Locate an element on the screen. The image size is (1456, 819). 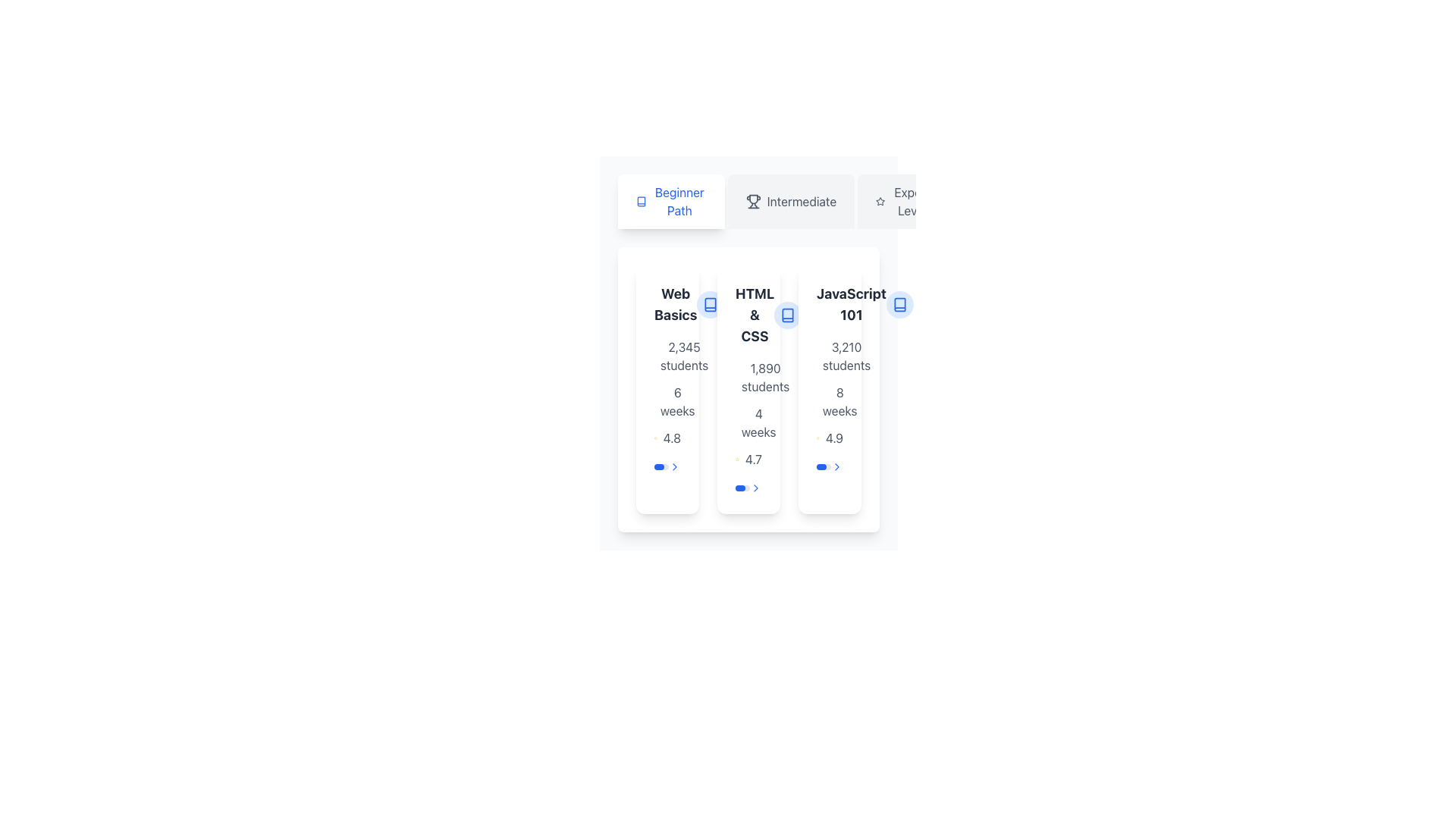
the 'Intermediate' icon located in the navigation bar, positioned as the leftmost component of the tab labeled 'Intermediate' is located at coordinates (753, 201).